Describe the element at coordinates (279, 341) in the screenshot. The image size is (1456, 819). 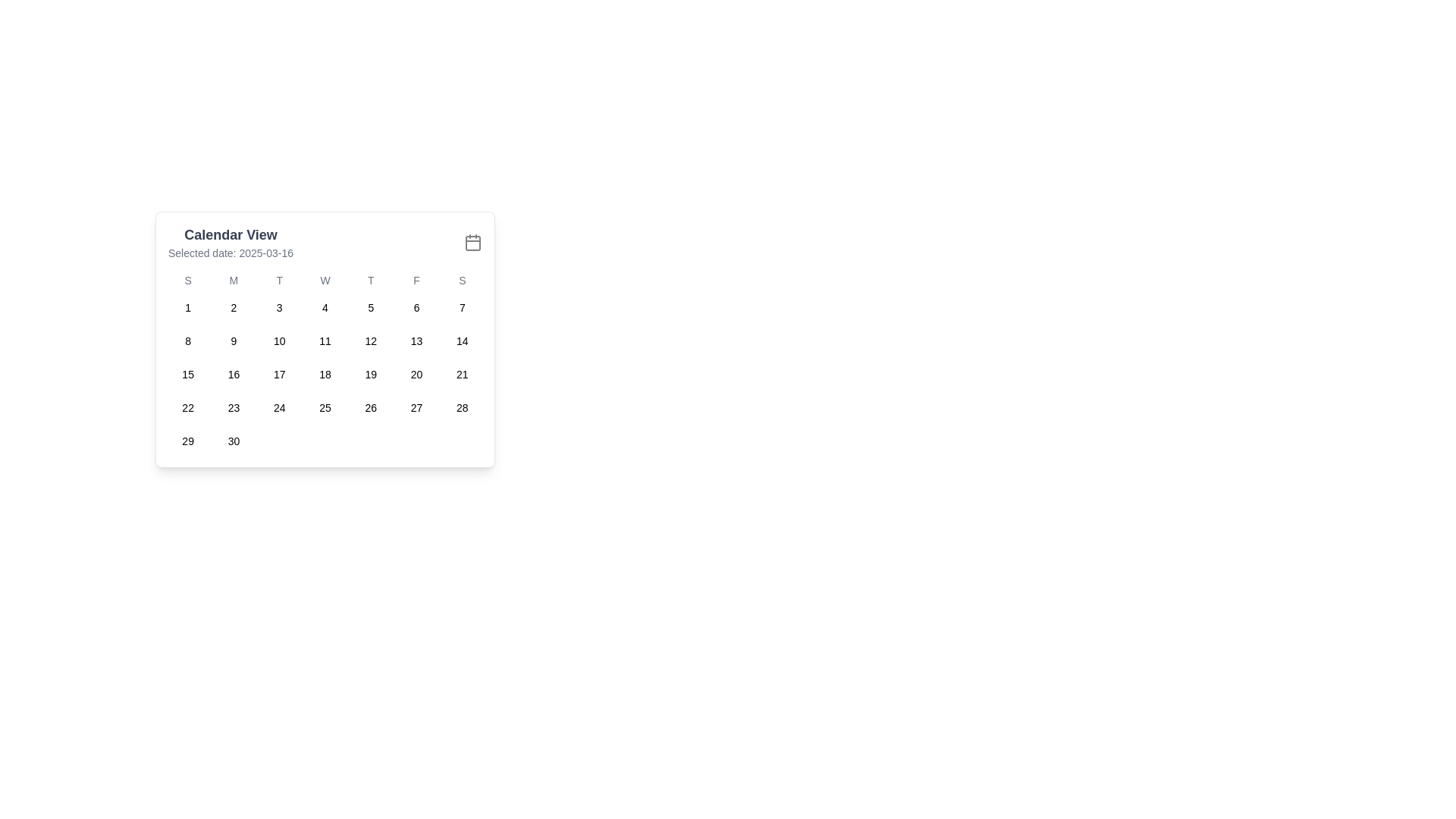
I see `the calendar date cell representing the day '10'` at that location.